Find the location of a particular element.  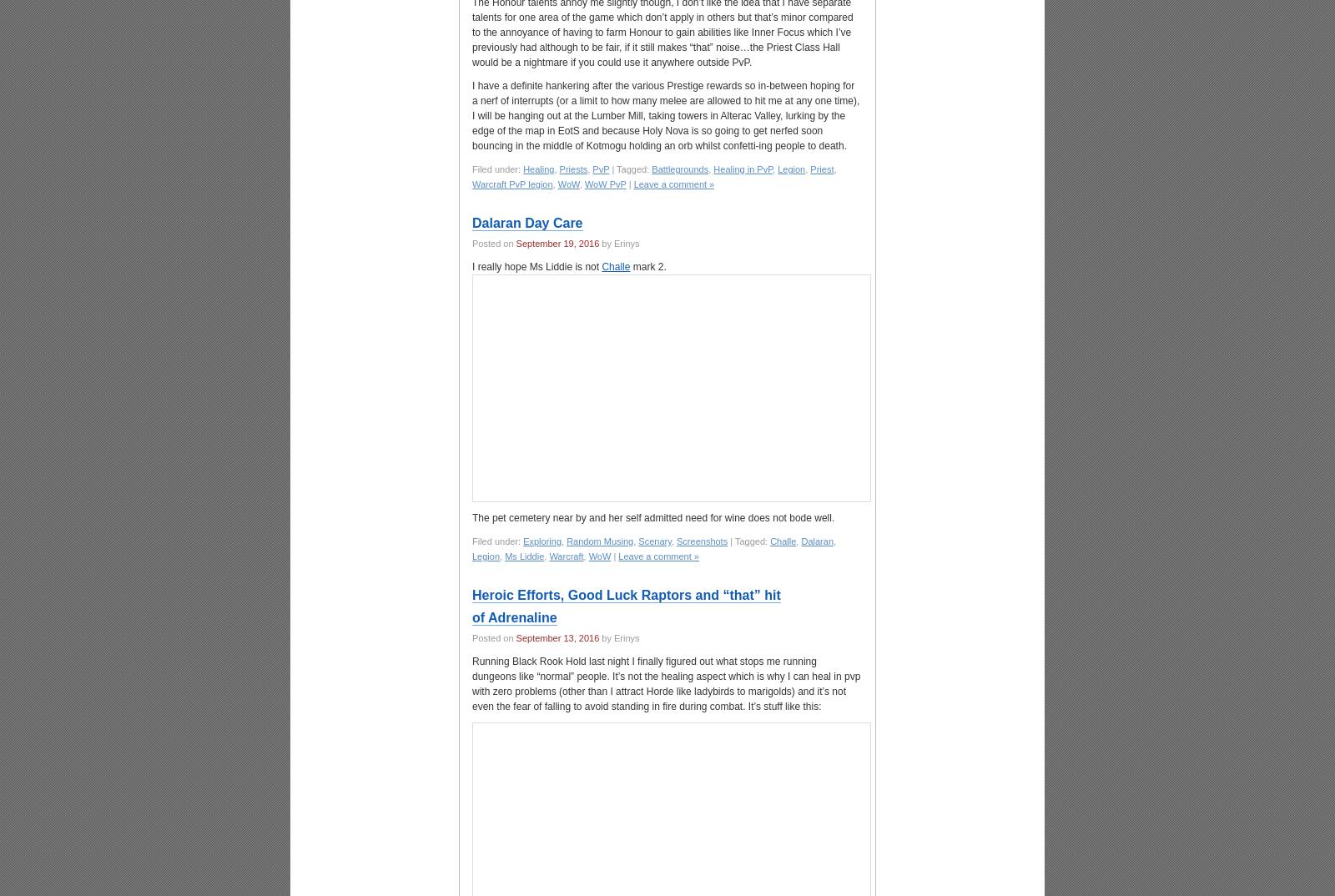

'Battlegrounds' is located at coordinates (679, 169).